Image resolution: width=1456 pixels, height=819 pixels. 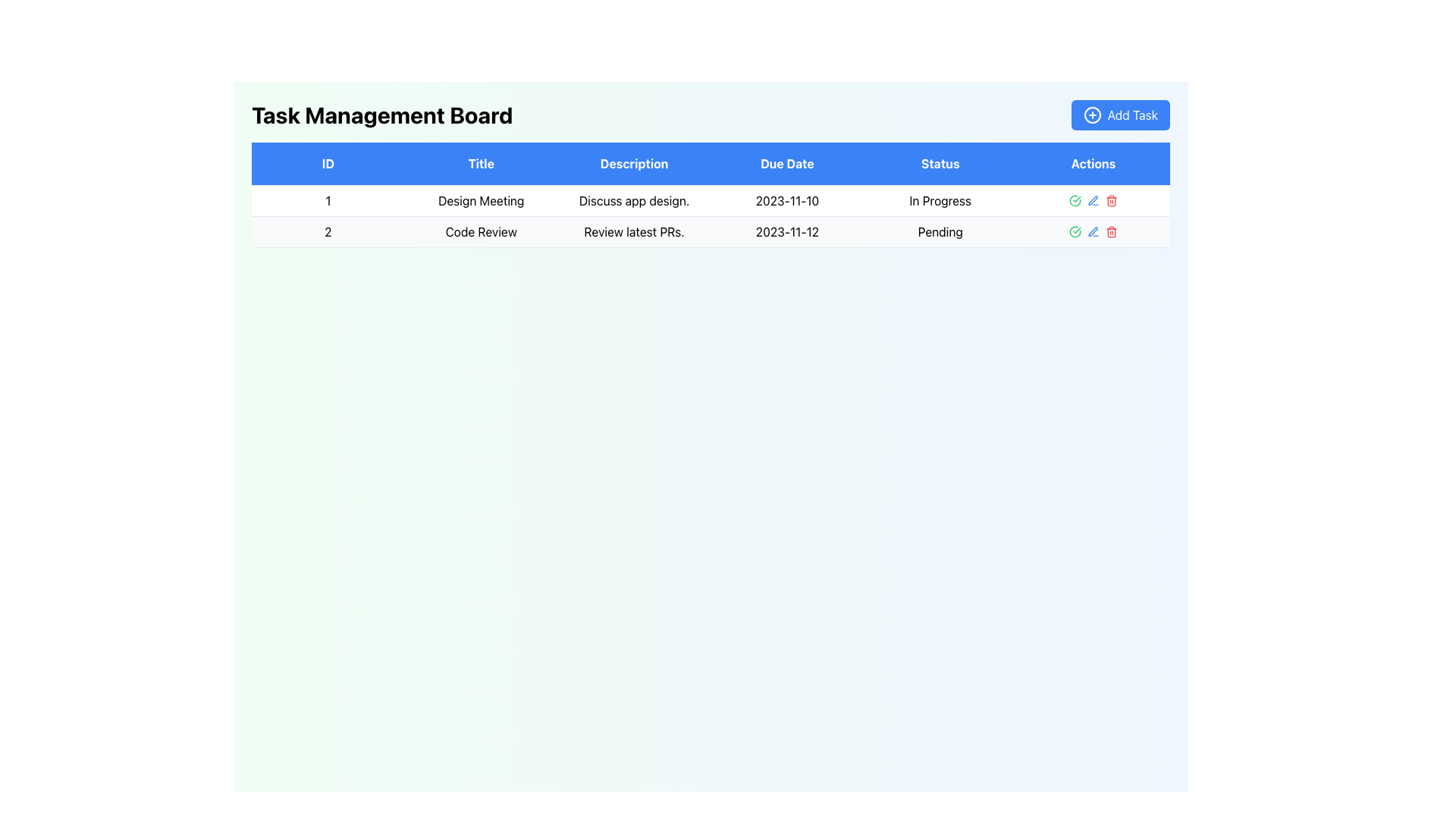 I want to click on the green checkmark icon in the interactive toolbar located in the last cell of the second row of the data table, aligned with the 'Pending' status, so click(x=1094, y=231).